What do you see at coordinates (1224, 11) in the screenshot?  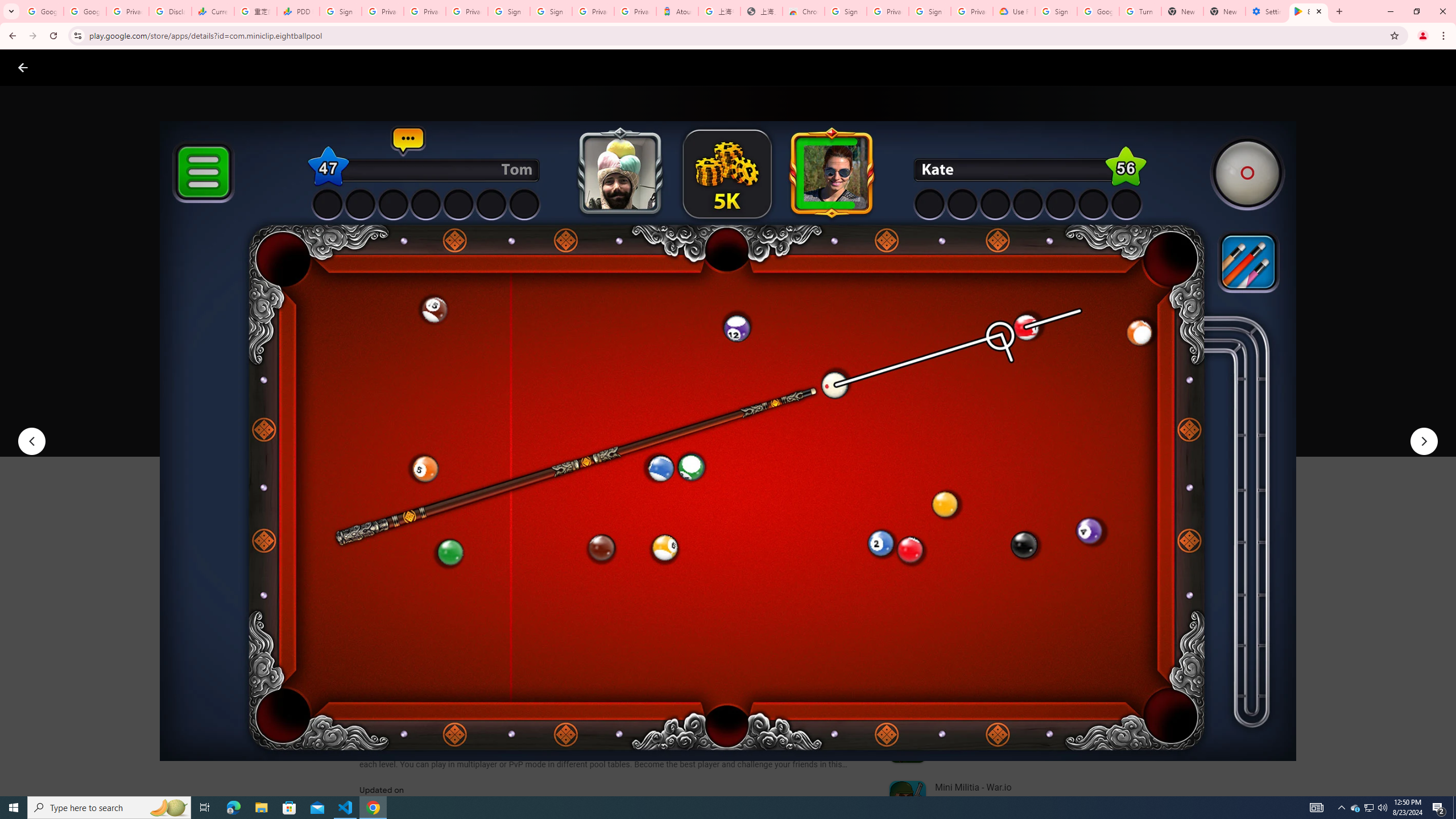 I see `'New Tab'` at bounding box center [1224, 11].